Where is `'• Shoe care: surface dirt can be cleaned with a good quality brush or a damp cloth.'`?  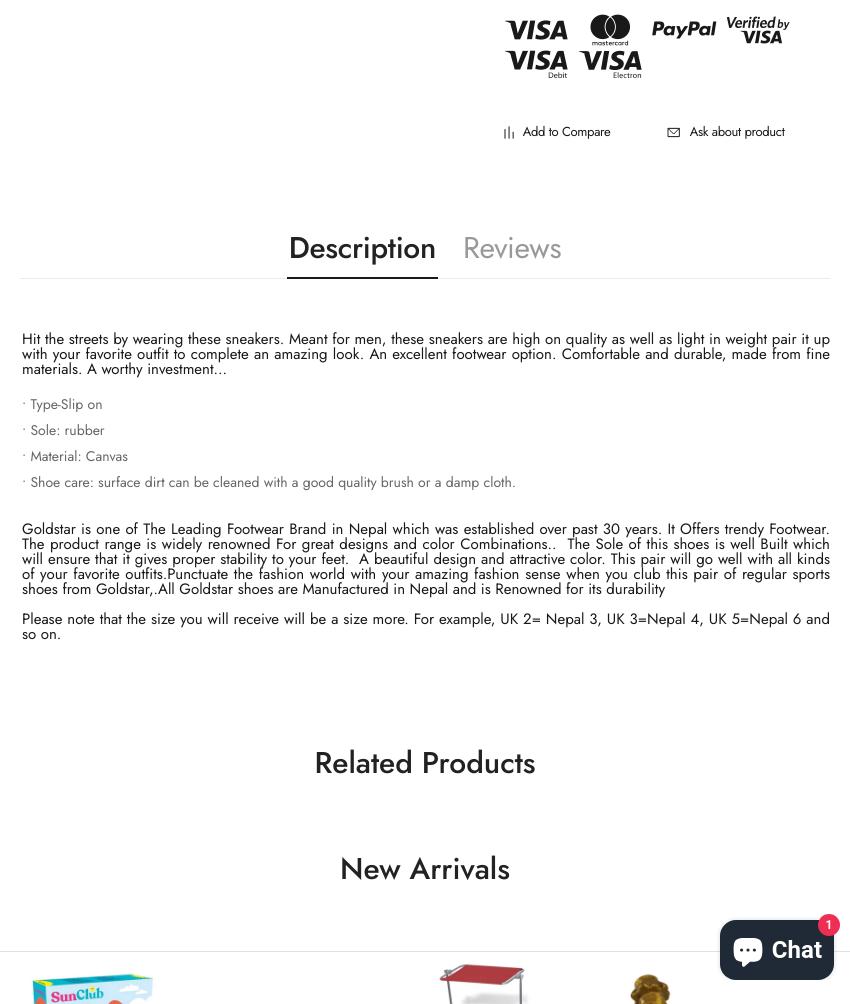
'• Shoe care: surface dirt can be cleaned with a good quality brush or a damp cloth.' is located at coordinates (267, 482).